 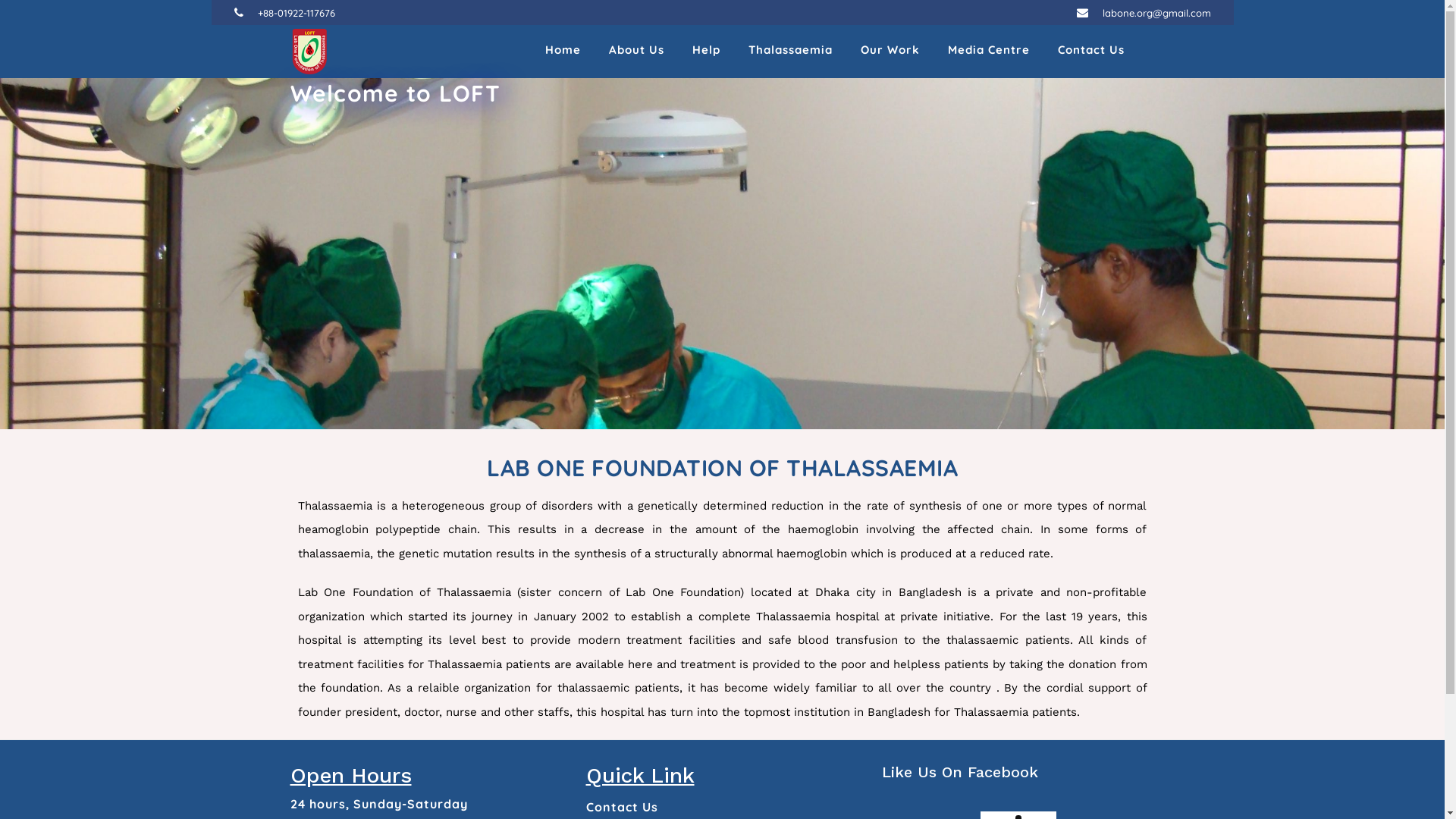 What do you see at coordinates (889, 51) in the screenshot?
I see `'Our Work'` at bounding box center [889, 51].